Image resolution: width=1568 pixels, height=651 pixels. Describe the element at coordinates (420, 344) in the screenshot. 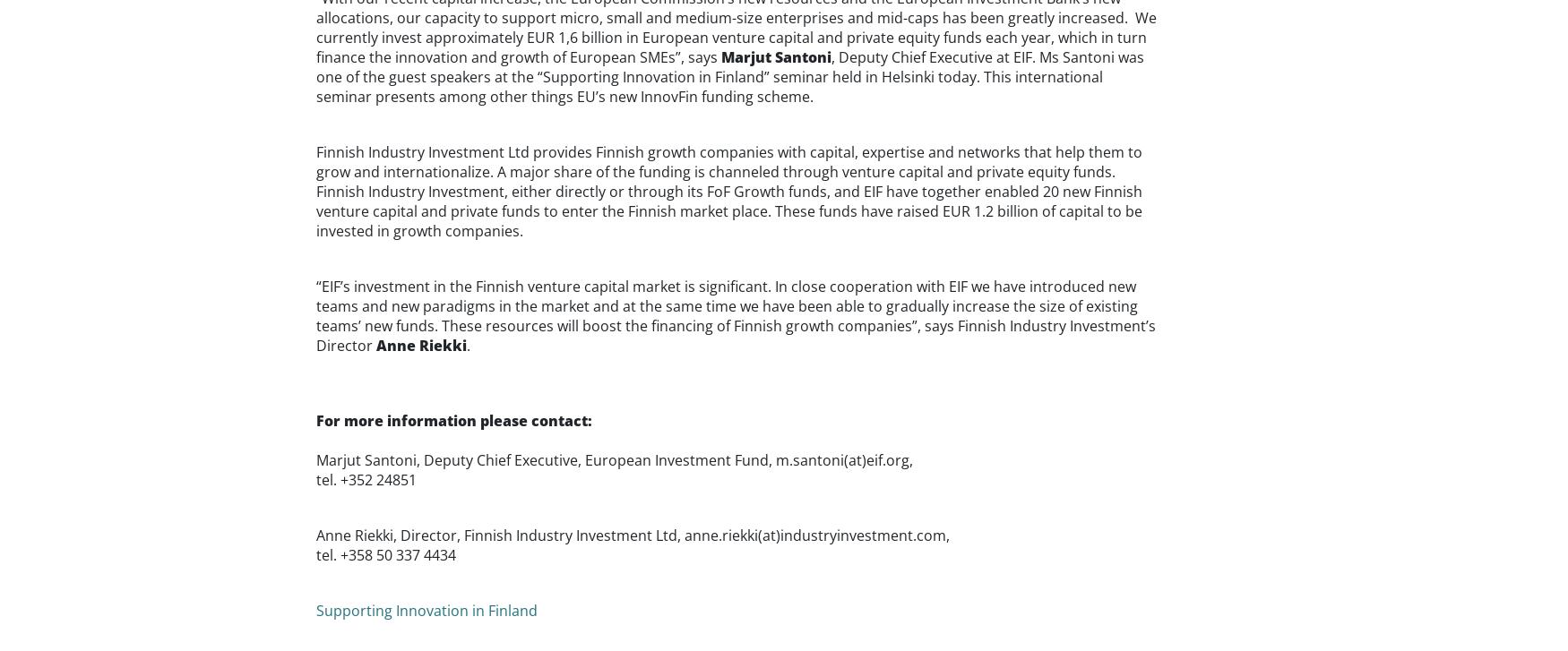

I see `'Anne Riekki'` at that location.